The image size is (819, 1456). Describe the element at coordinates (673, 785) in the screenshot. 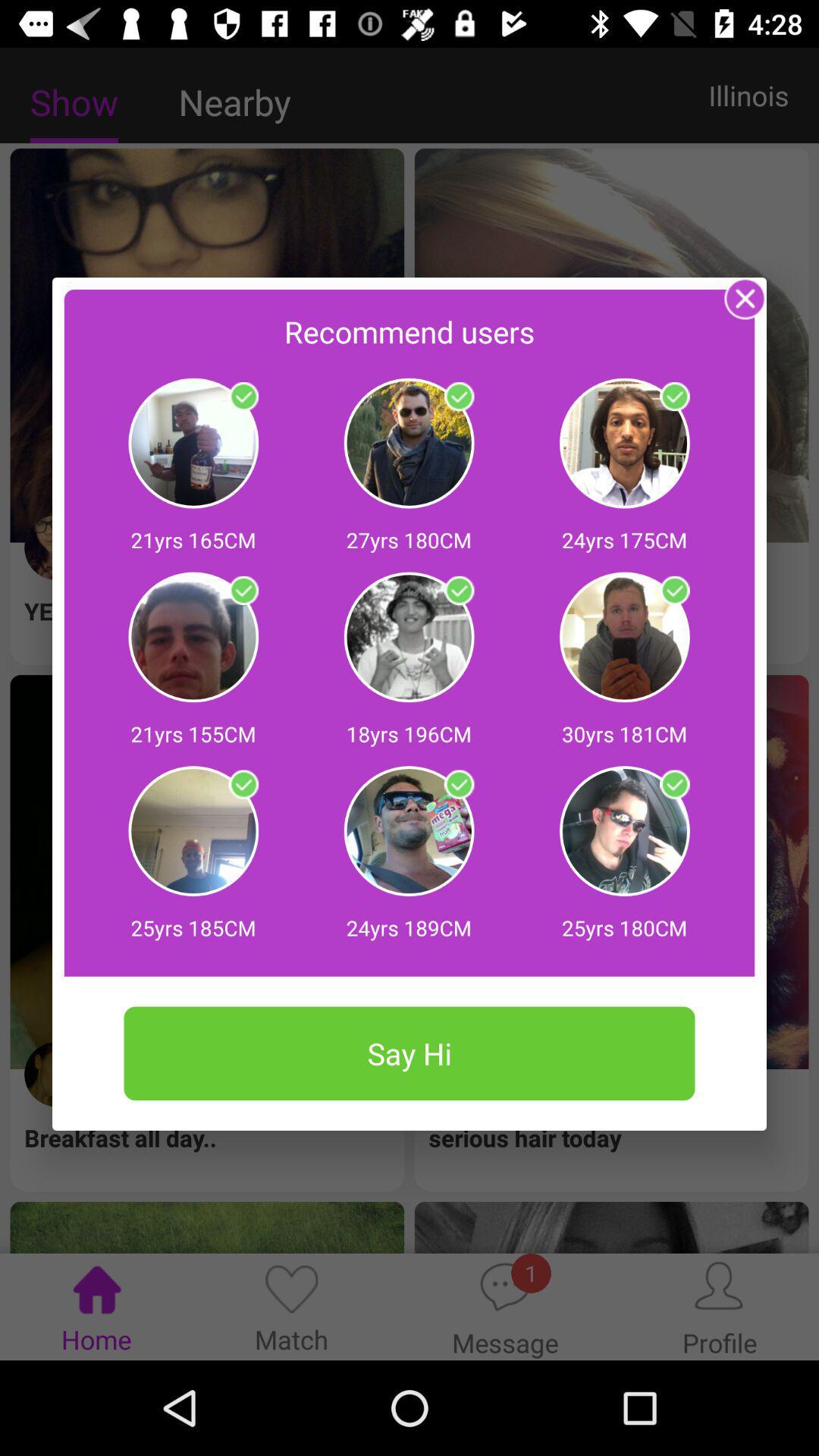

I see `the particular user to say hi` at that location.